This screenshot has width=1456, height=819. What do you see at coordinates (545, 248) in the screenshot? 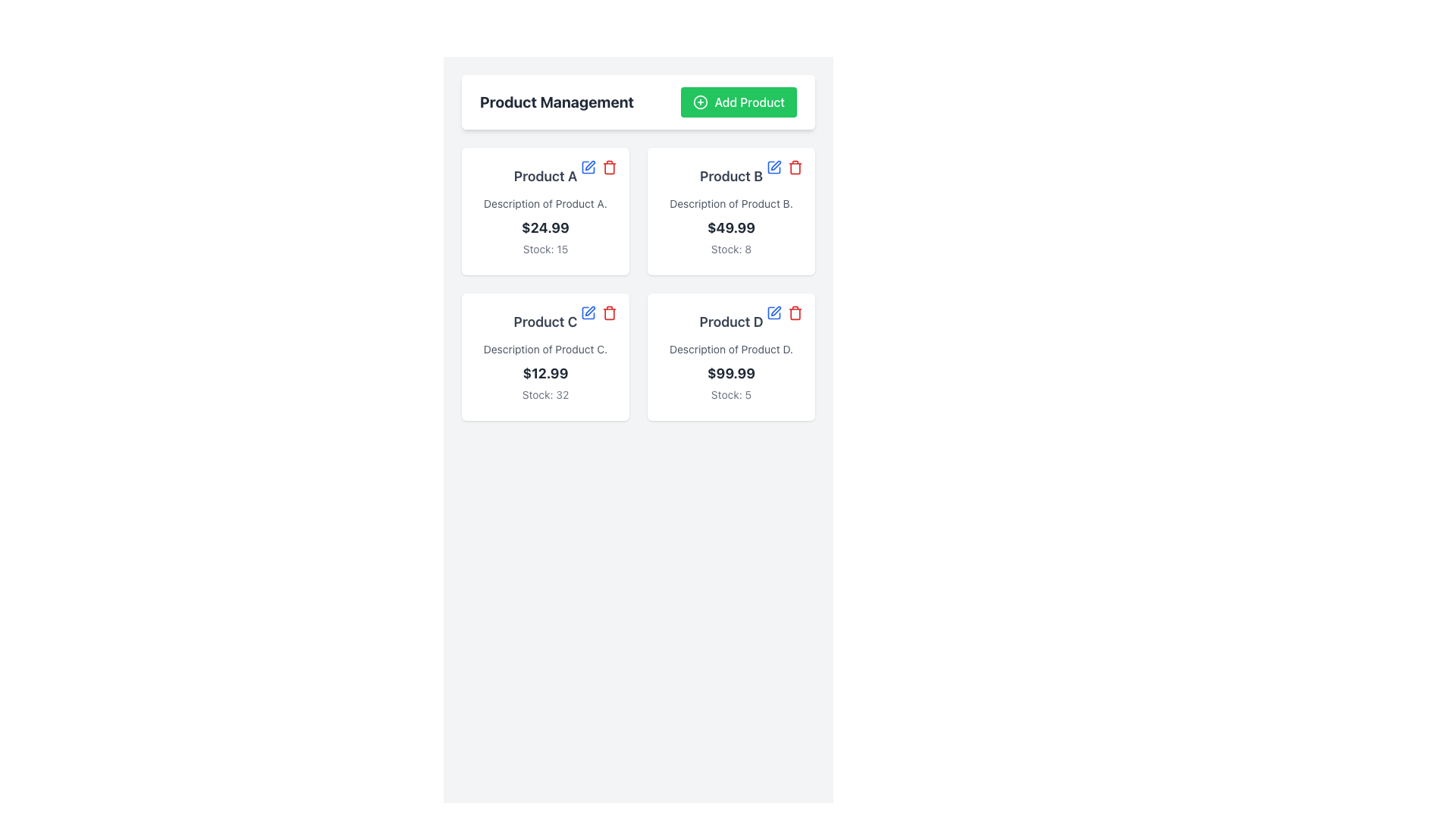
I see `the static text label displaying 'Stock: 15' located at the bottom of the card for 'Product A'` at bounding box center [545, 248].